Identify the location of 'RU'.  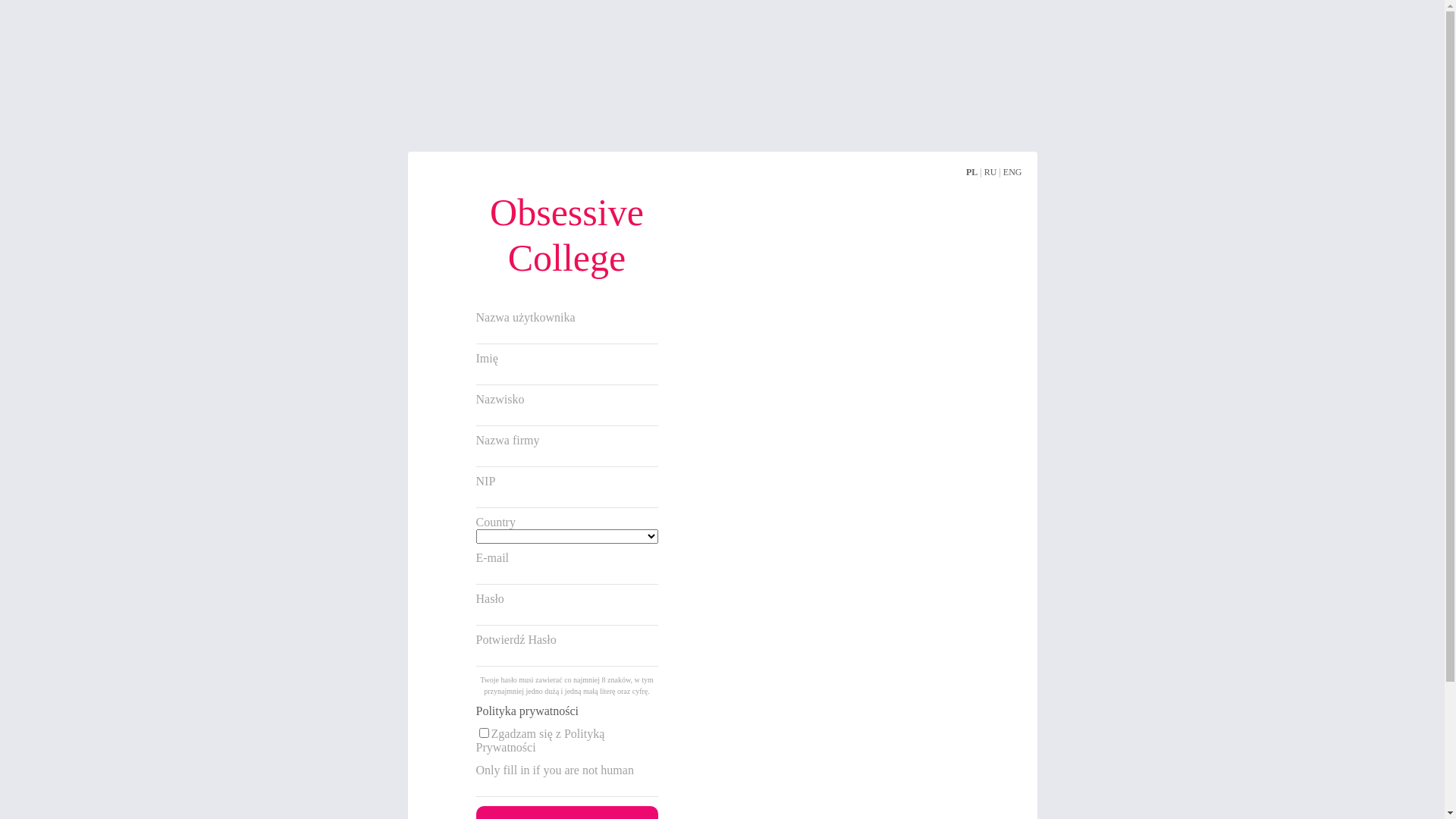
(990, 171).